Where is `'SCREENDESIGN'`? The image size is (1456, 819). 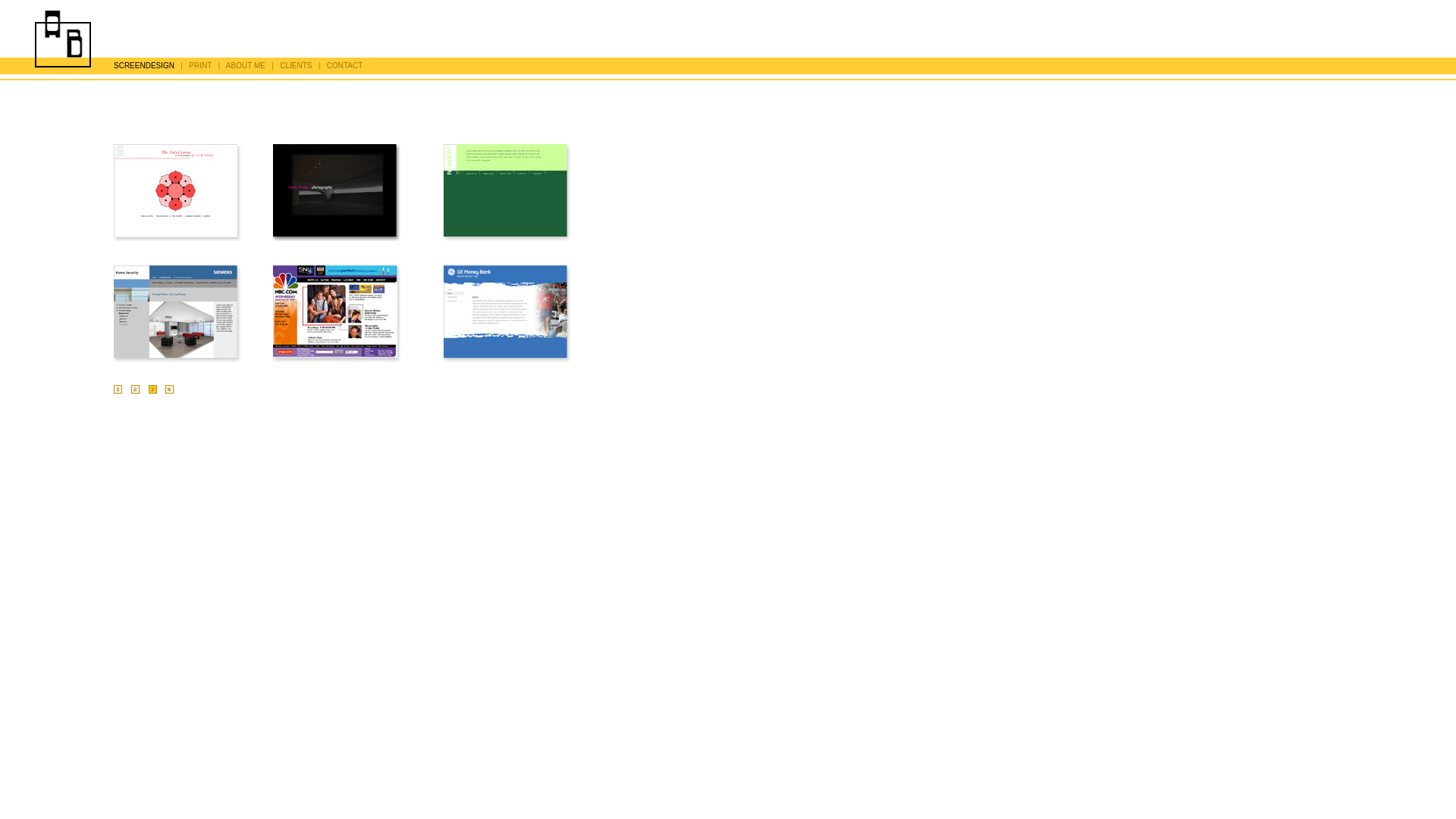
'SCREENDESIGN' is located at coordinates (144, 64).